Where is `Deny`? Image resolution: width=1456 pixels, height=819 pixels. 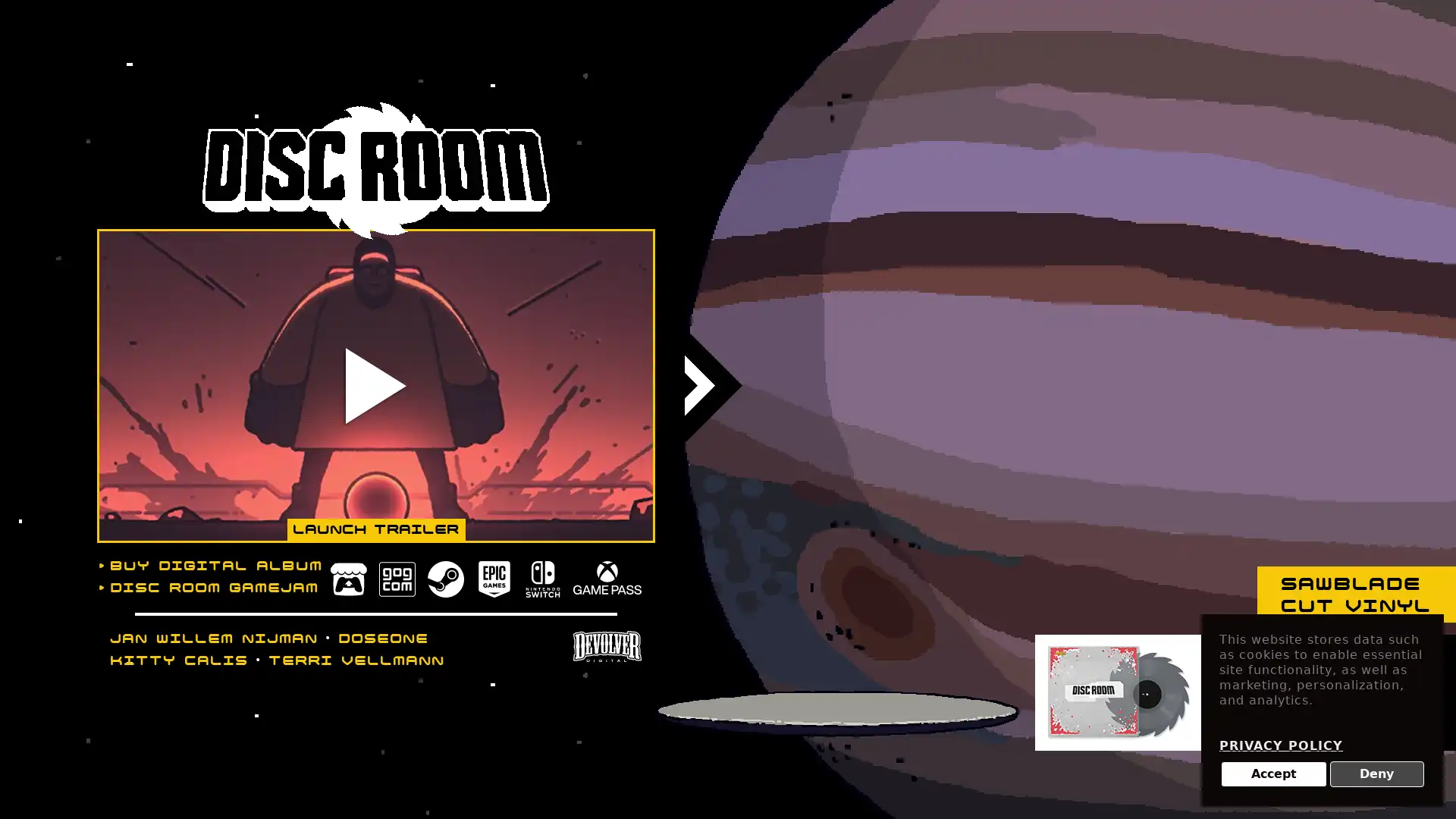
Deny is located at coordinates (1376, 774).